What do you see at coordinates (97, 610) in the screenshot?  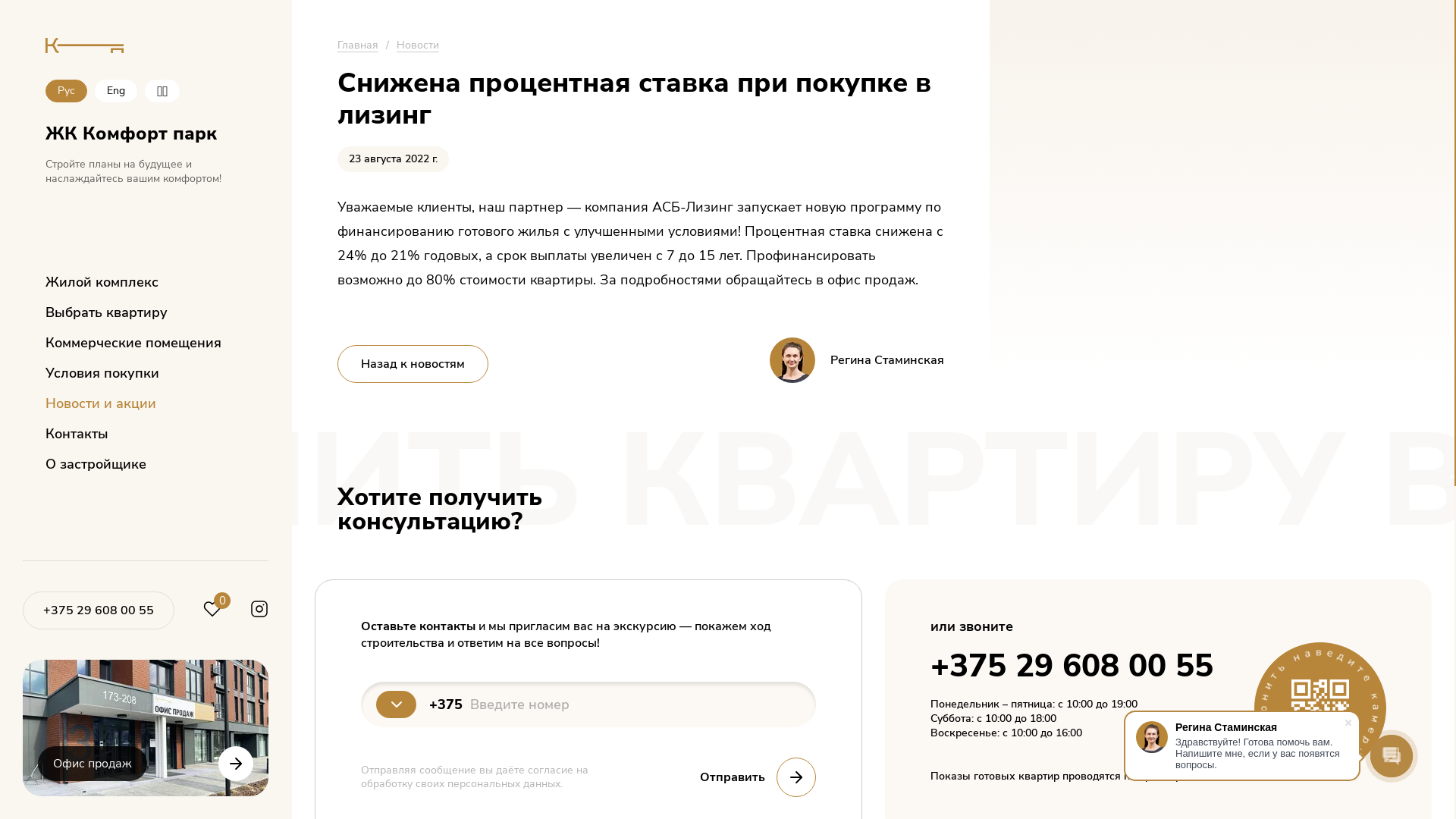 I see `'+375 29 608 00 55'` at bounding box center [97, 610].